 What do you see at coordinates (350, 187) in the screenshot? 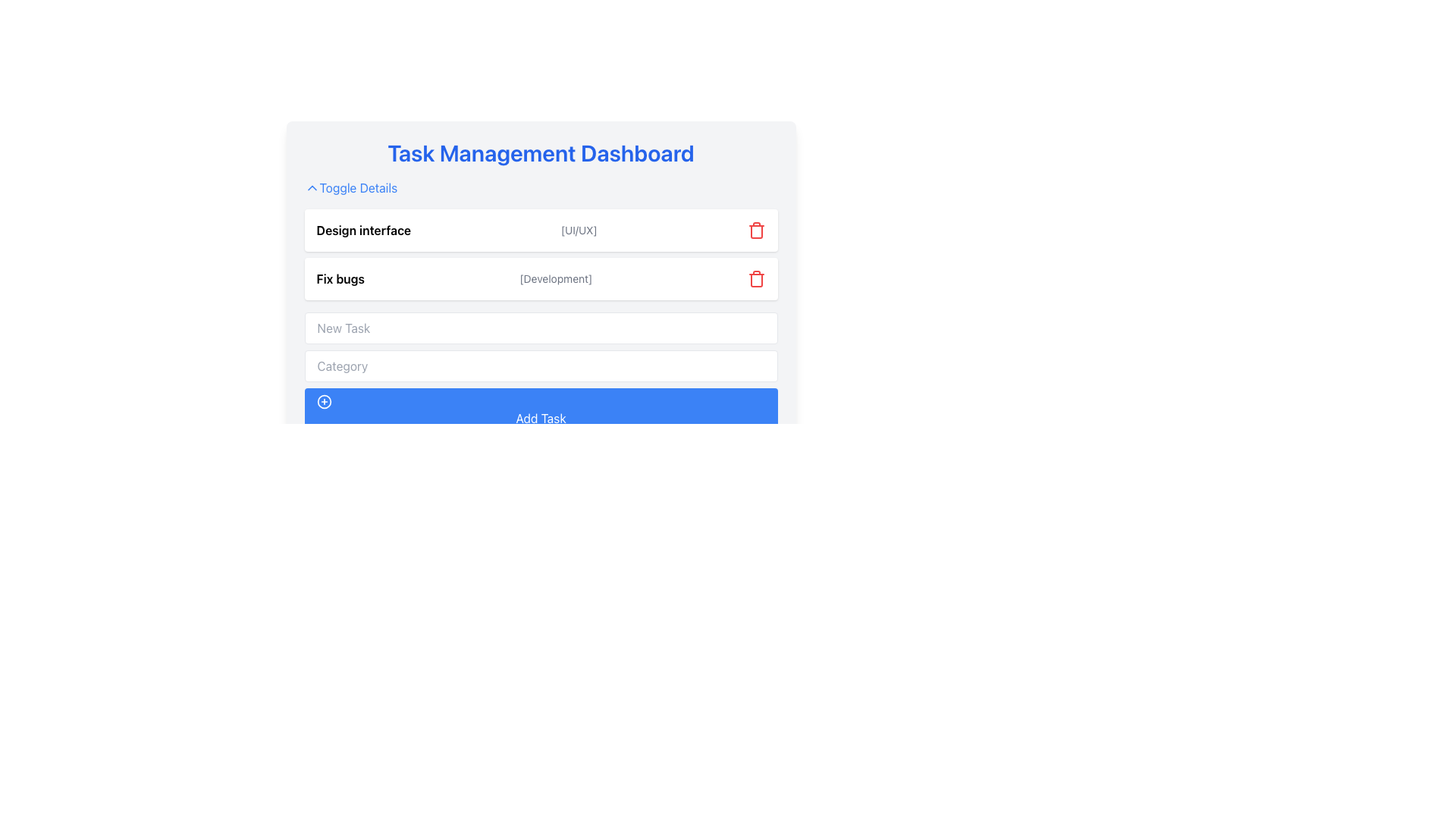
I see `the 'Toggle Details' button, which is styled in blue font and has an upward-pointing chevron icon to its left, located in the 'Task Management Dashboard' card` at bounding box center [350, 187].